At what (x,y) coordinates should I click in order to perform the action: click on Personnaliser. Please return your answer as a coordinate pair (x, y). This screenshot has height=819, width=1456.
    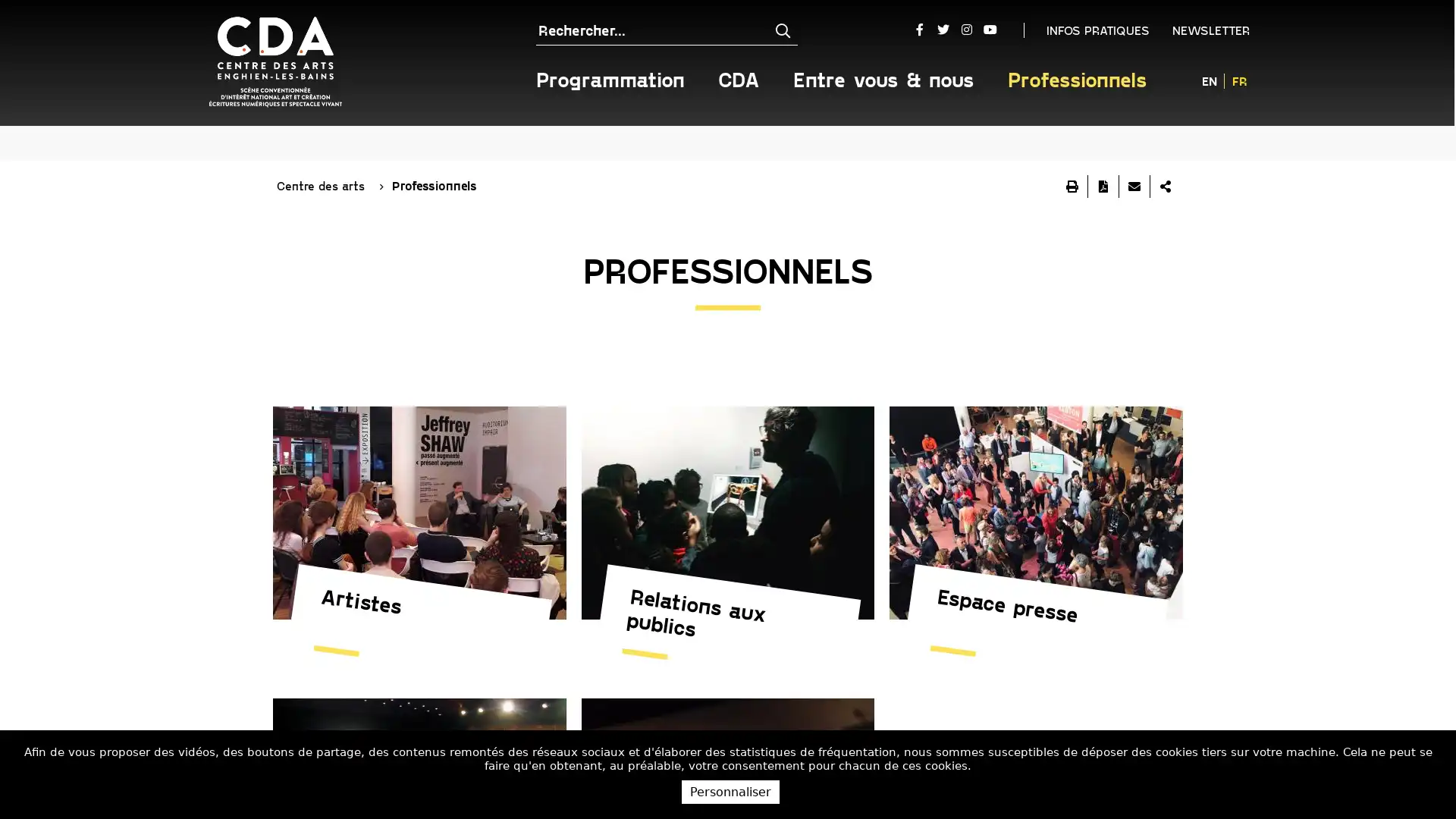
    Looking at the image, I should click on (730, 791).